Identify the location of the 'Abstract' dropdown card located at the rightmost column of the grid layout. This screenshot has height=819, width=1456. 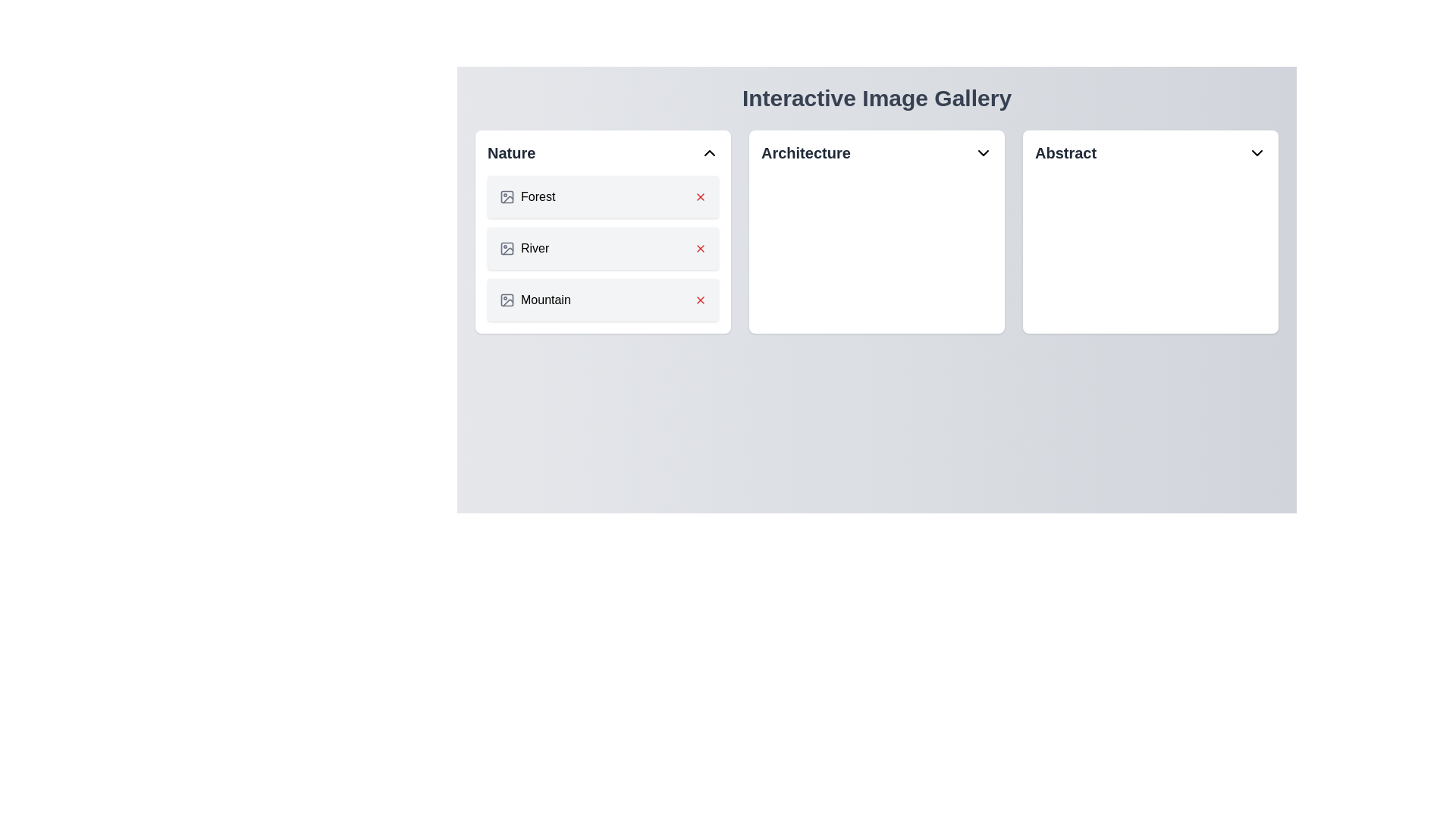
(1150, 231).